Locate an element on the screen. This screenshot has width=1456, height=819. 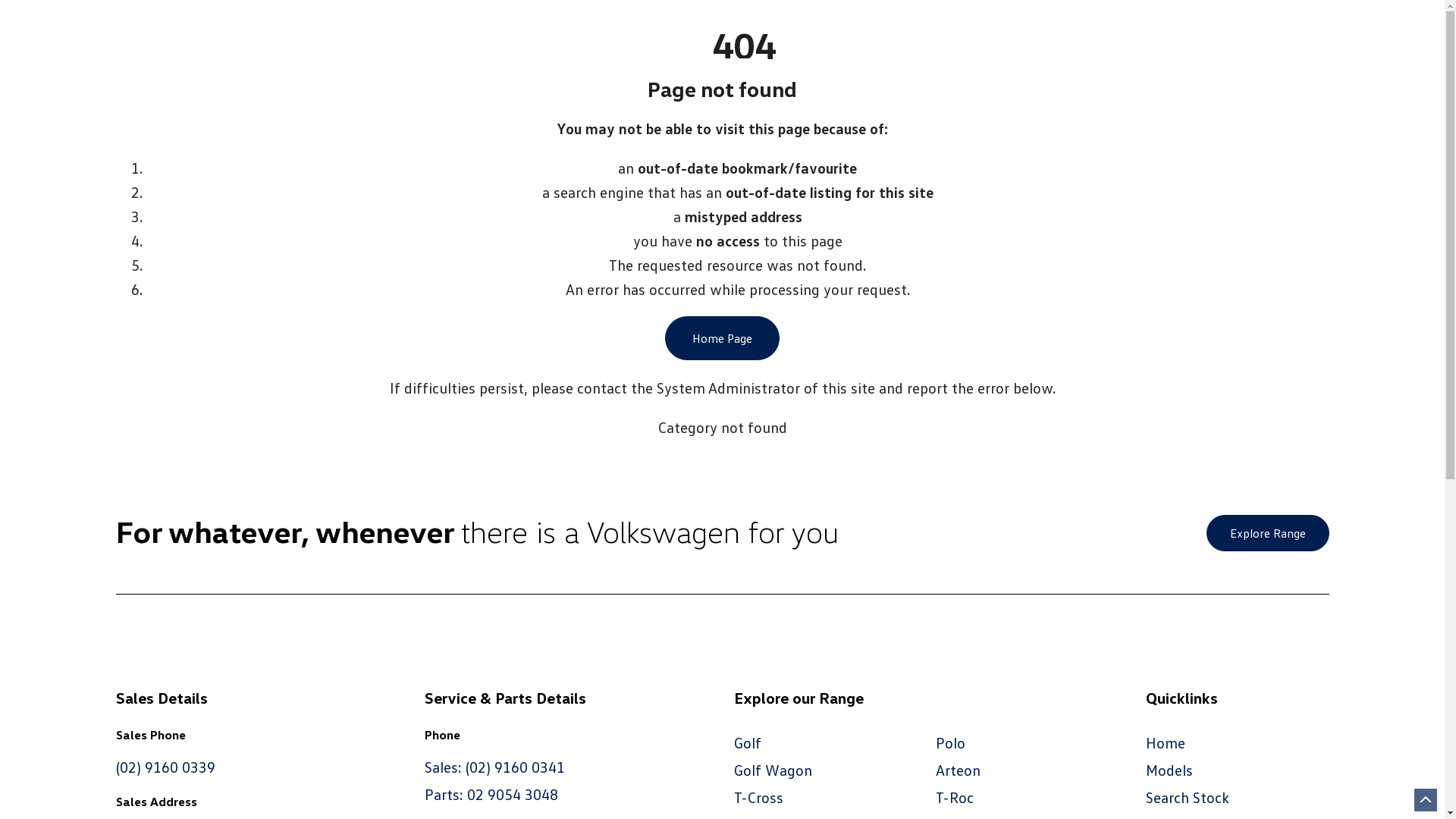
'Parts: 02 9054 3048' is located at coordinates (491, 792).